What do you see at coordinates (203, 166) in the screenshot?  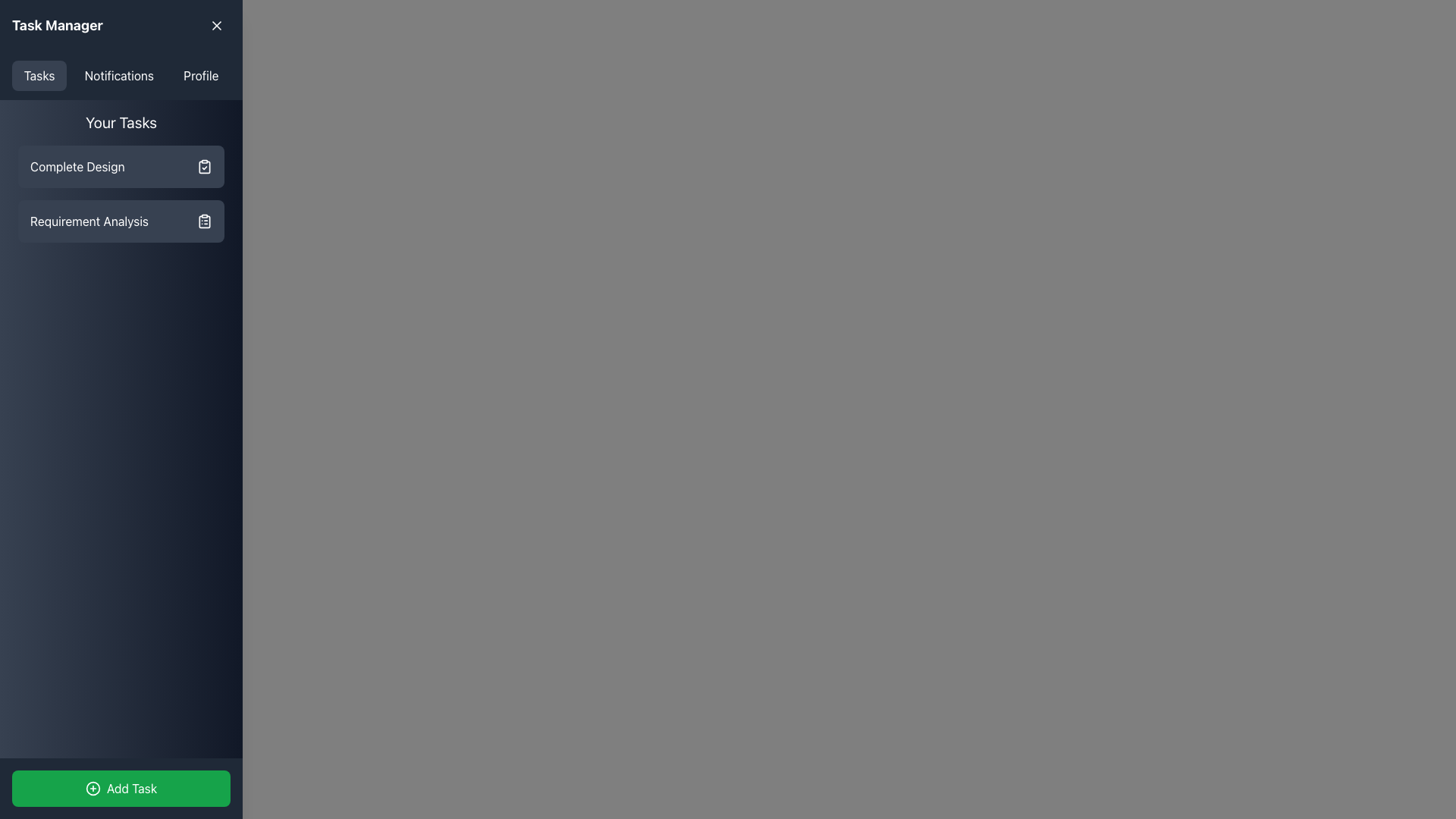 I see `the clipboard icon, which is a geometric icon with a transparent background and stroke-style illustration, located in the first task box under the 'Your Tasks' header` at bounding box center [203, 166].